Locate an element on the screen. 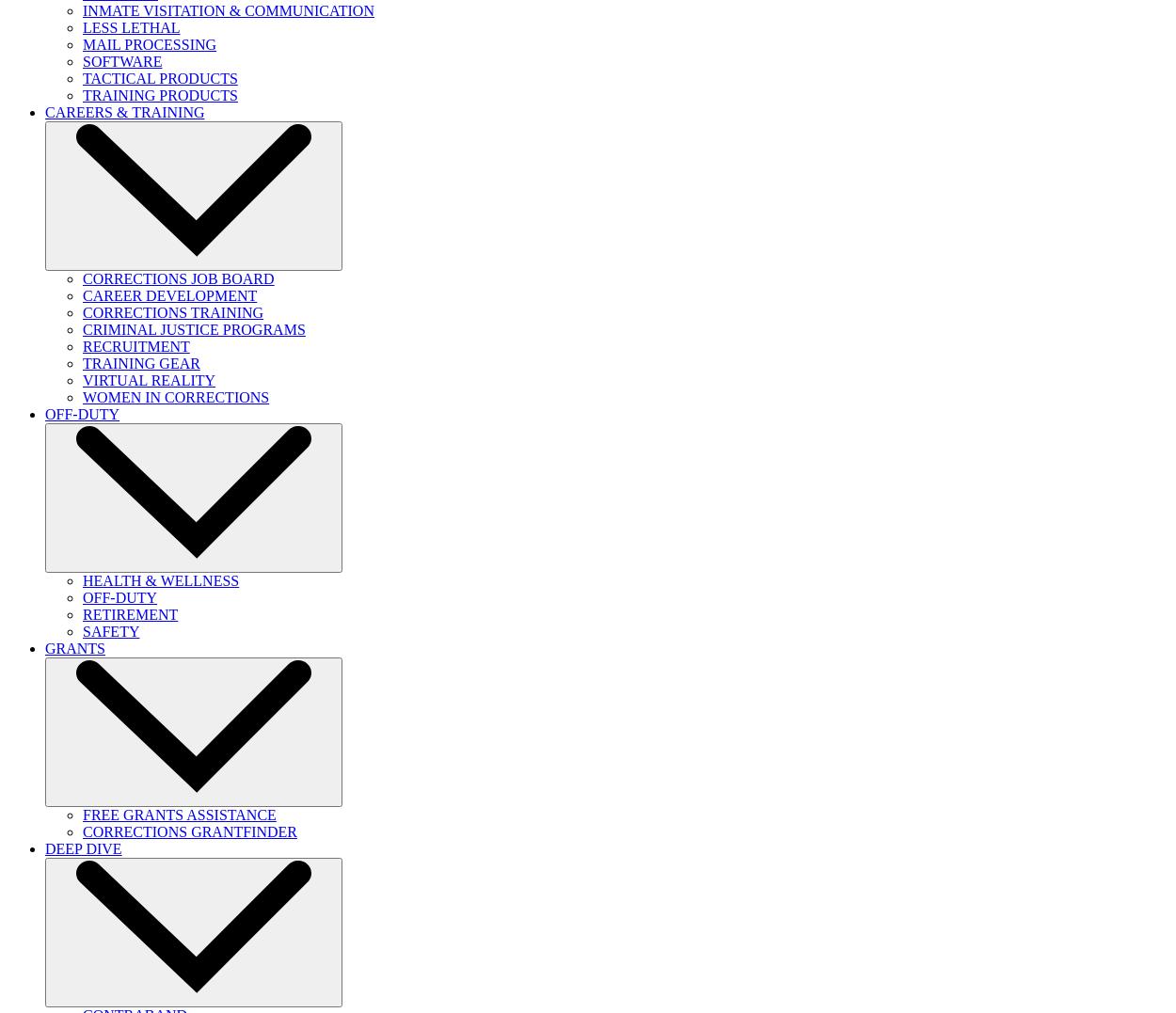 Image resolution: width=1176 pixels, height=1013 pixels. 'CORRECTIONS GRANTFINDER' is located at coordinates (189, 831).